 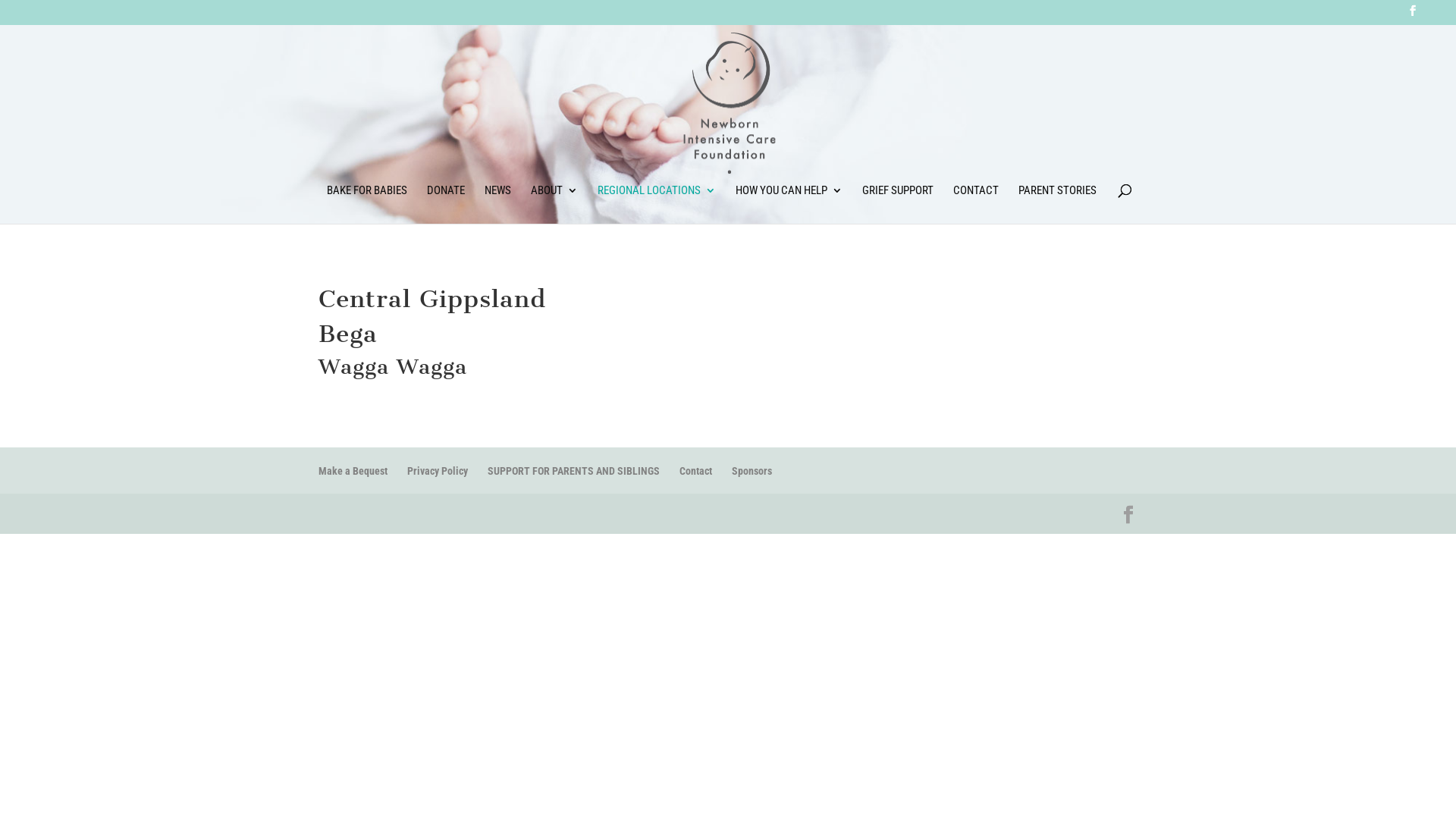 I want to click on 'GRIEF SUPPORT', so click(x=896, y=203).